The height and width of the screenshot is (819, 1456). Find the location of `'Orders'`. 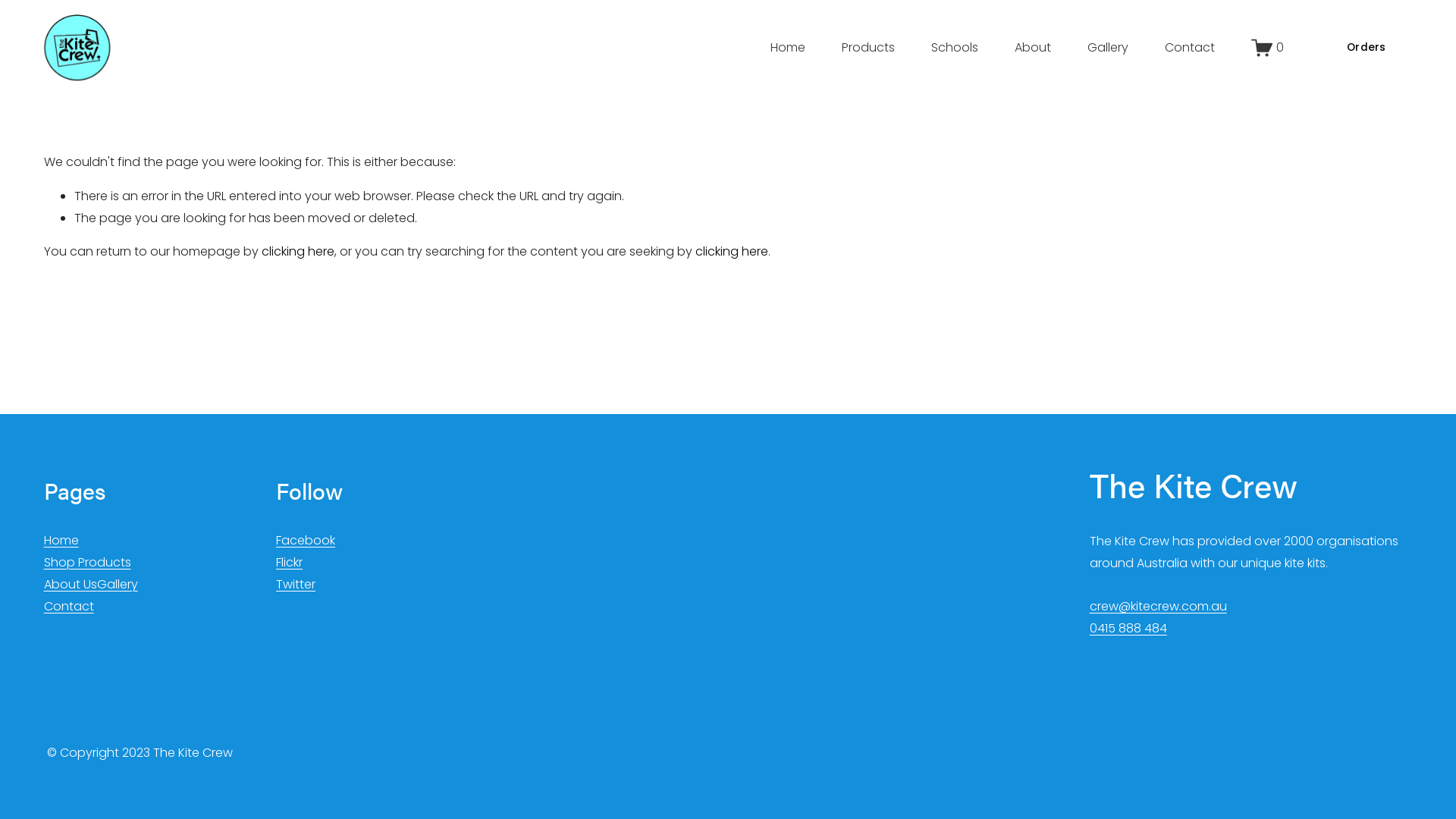

'Orders' is located at coordinates (1319, 46).